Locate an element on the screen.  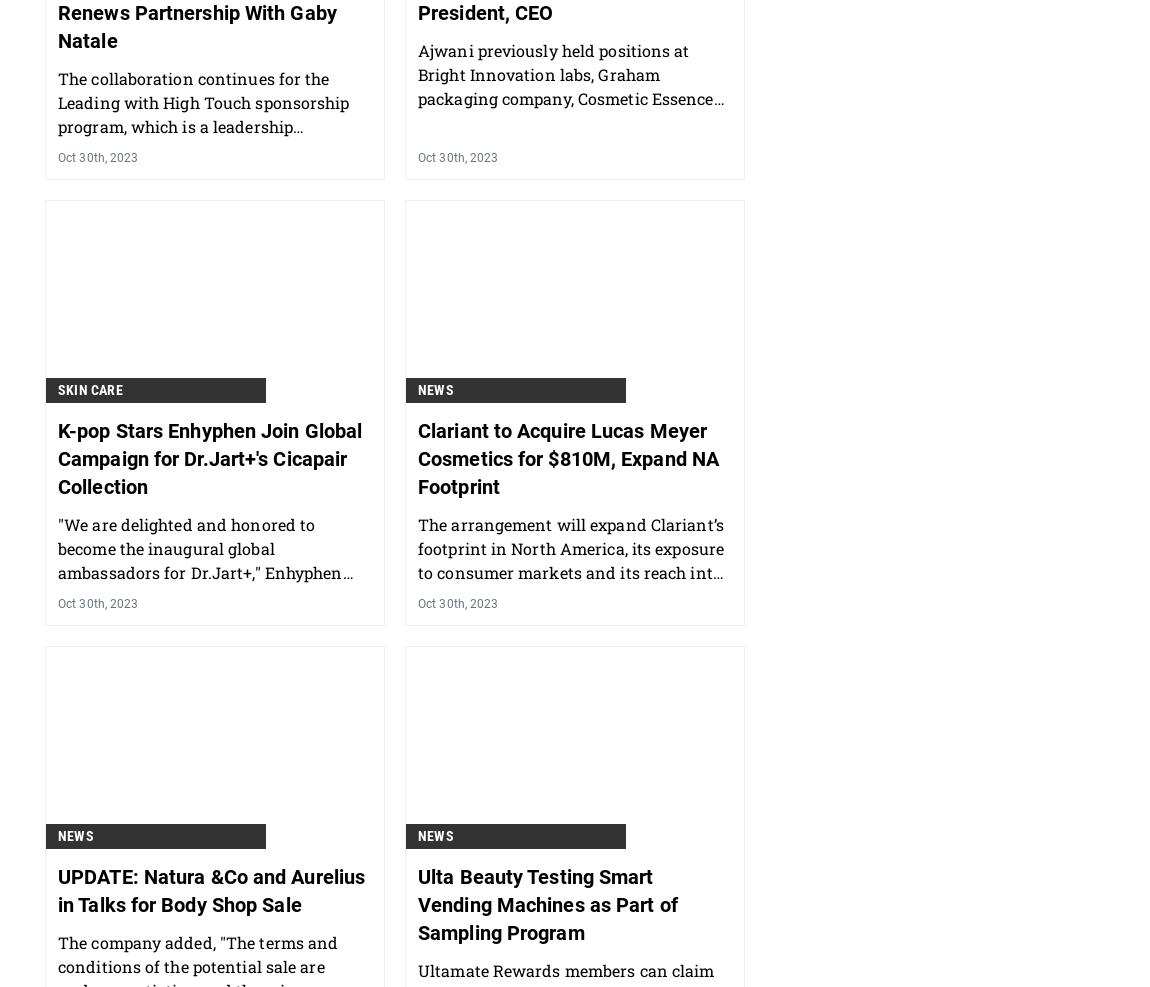
'The collaboration continues for the Leading with High Touch sponsorship program, which is a leadership development program designed to elevate, develop, retain, and attract senior-level Hispanic/Latinx talent.' is located at coordinates (56, 242).